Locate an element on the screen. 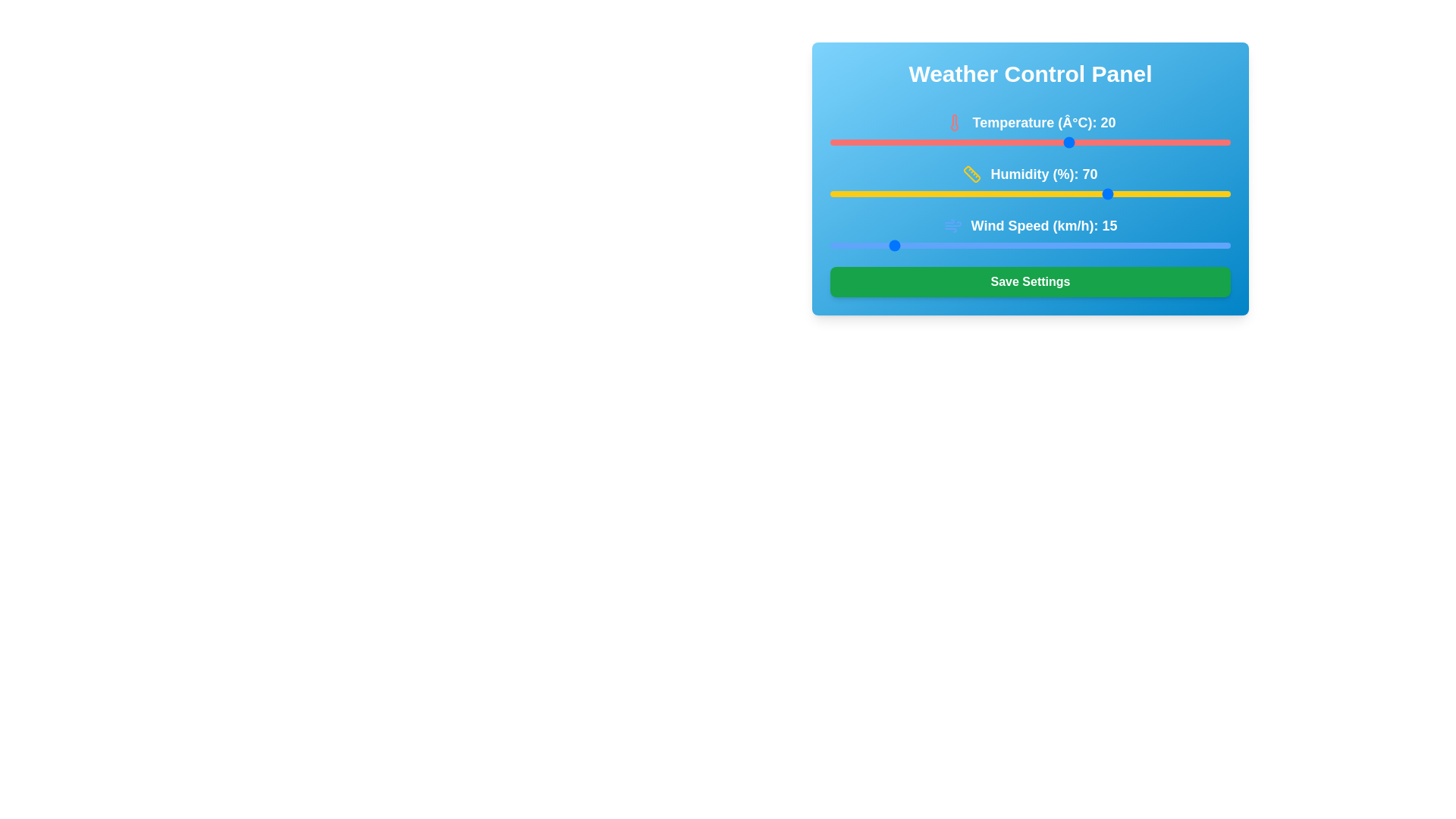 This screenshot has height=819, width=1456. the 'Save Settings' button with a green background and bold white text located at the bottom of the 'Weather Control Panel' to observe its hover effects is located at coordinates (1030, 281).